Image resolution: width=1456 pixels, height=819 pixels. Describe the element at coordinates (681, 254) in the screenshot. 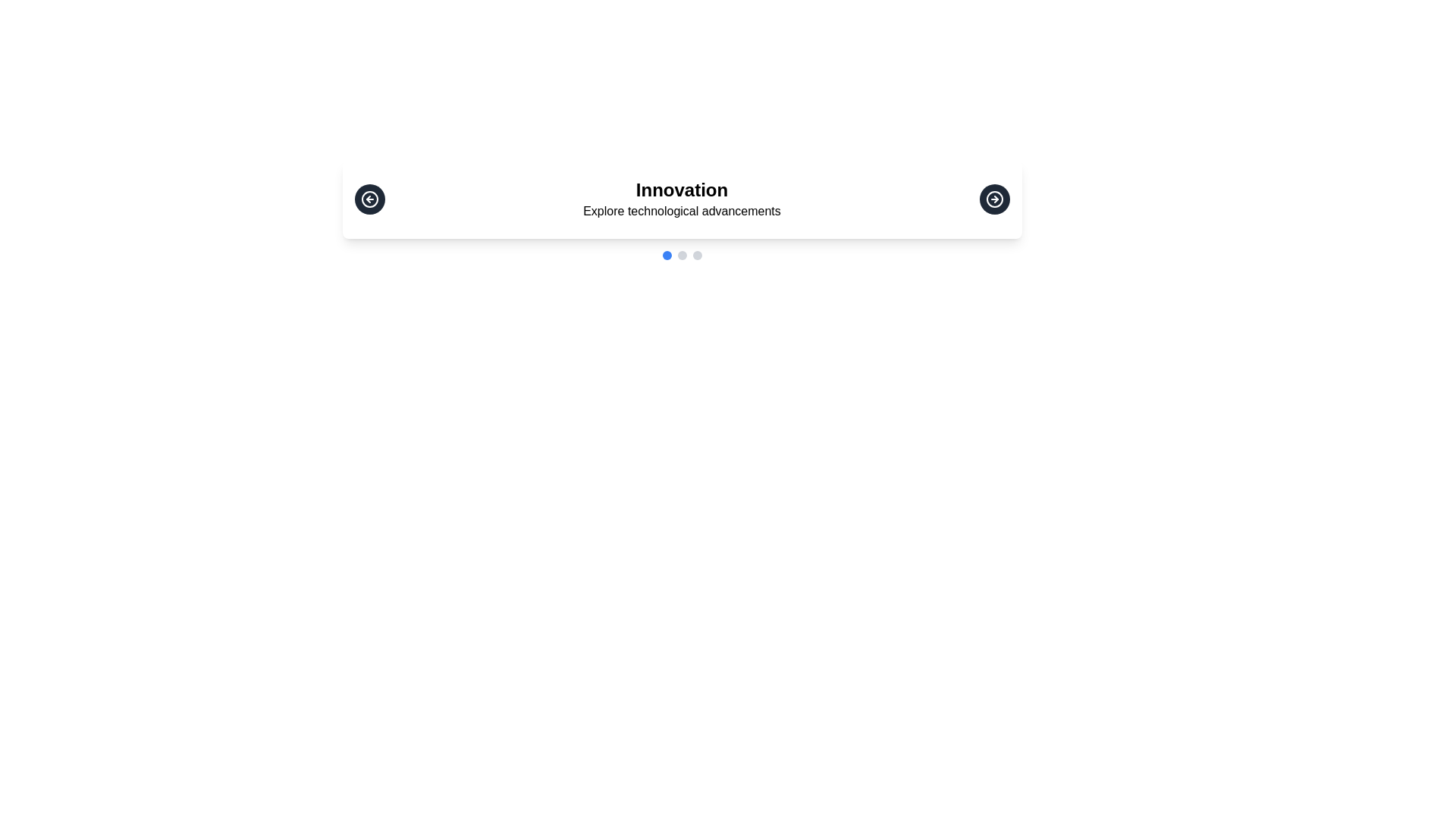

I see `the middle circle indicator located centrally at the bottom of the section with the text 'Innovation Explore technological advancements'` at that location.